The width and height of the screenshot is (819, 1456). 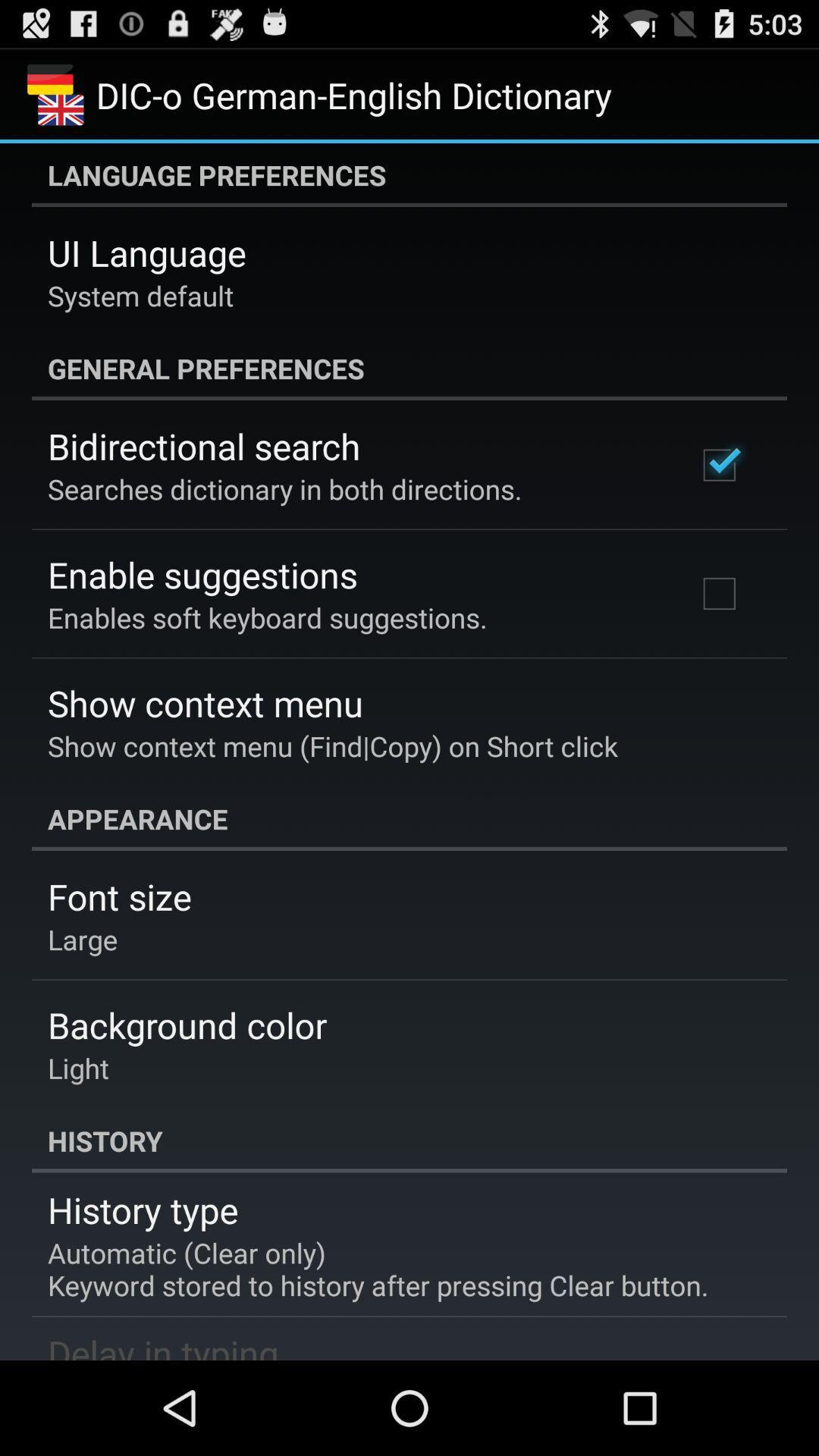 I want to click on the app above ui language icon, so click(x=409, y=174).